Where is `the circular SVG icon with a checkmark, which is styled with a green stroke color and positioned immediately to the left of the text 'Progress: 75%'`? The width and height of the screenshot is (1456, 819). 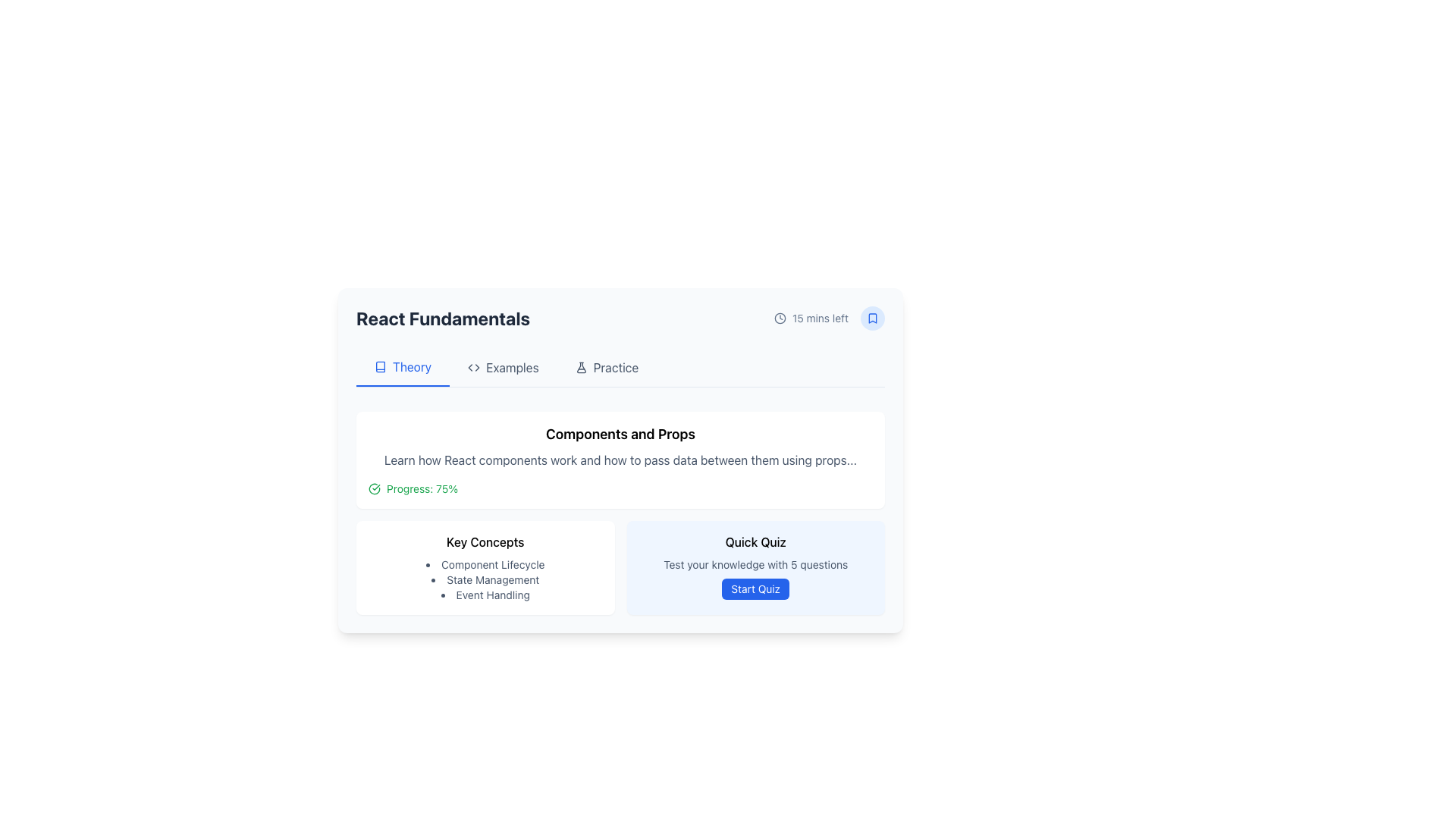 the circular SVG icon with a checkmark, which is styled with a green stroke color and positioned immediately to the left of the text 'Progress: 75%' is located at coordinates (375, 488).